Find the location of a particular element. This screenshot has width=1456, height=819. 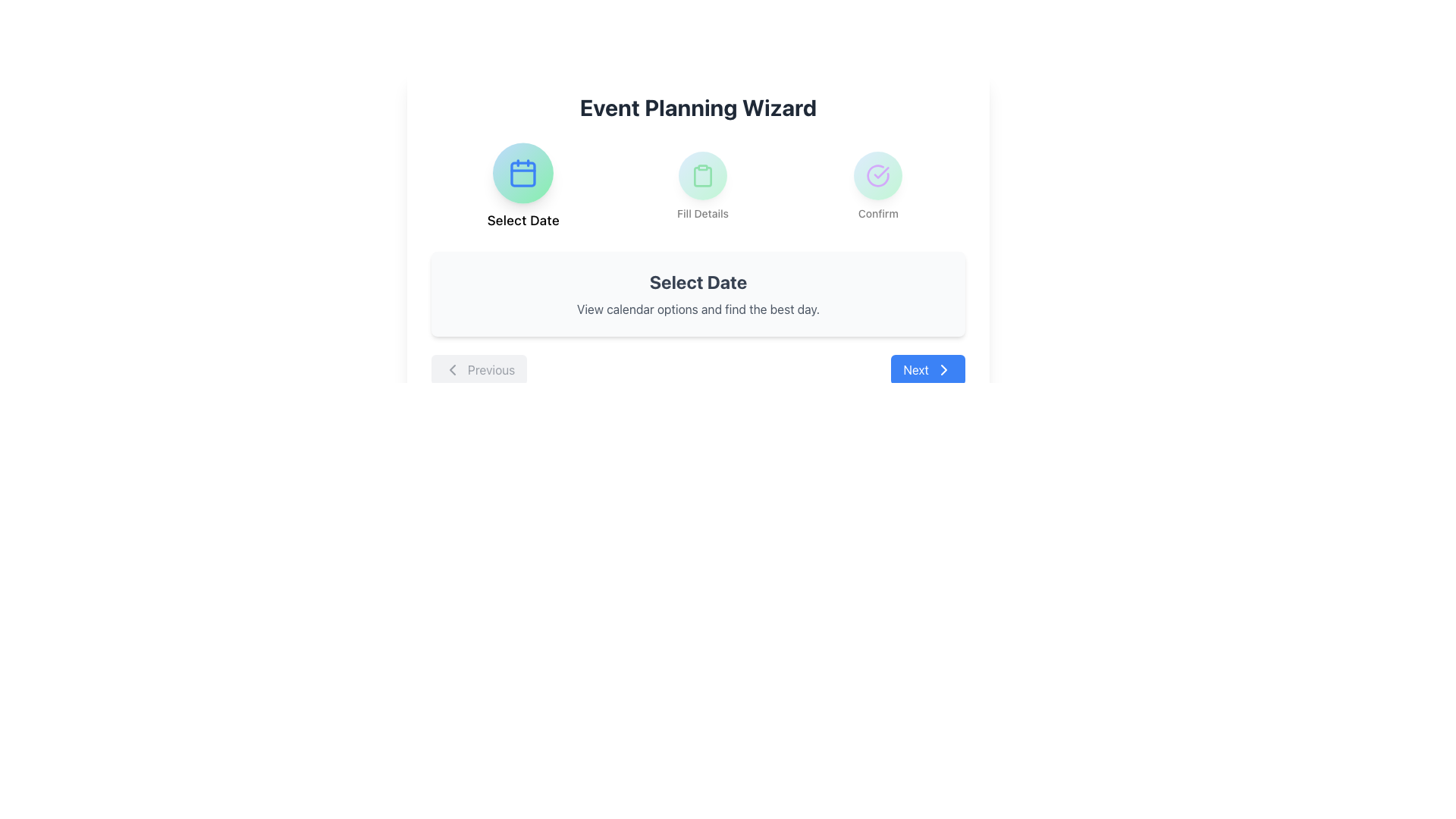

the 'Event Planning Wizard' heading element, which is a bold and large text element located at the top of the interface is located at coordinates (698, 107).